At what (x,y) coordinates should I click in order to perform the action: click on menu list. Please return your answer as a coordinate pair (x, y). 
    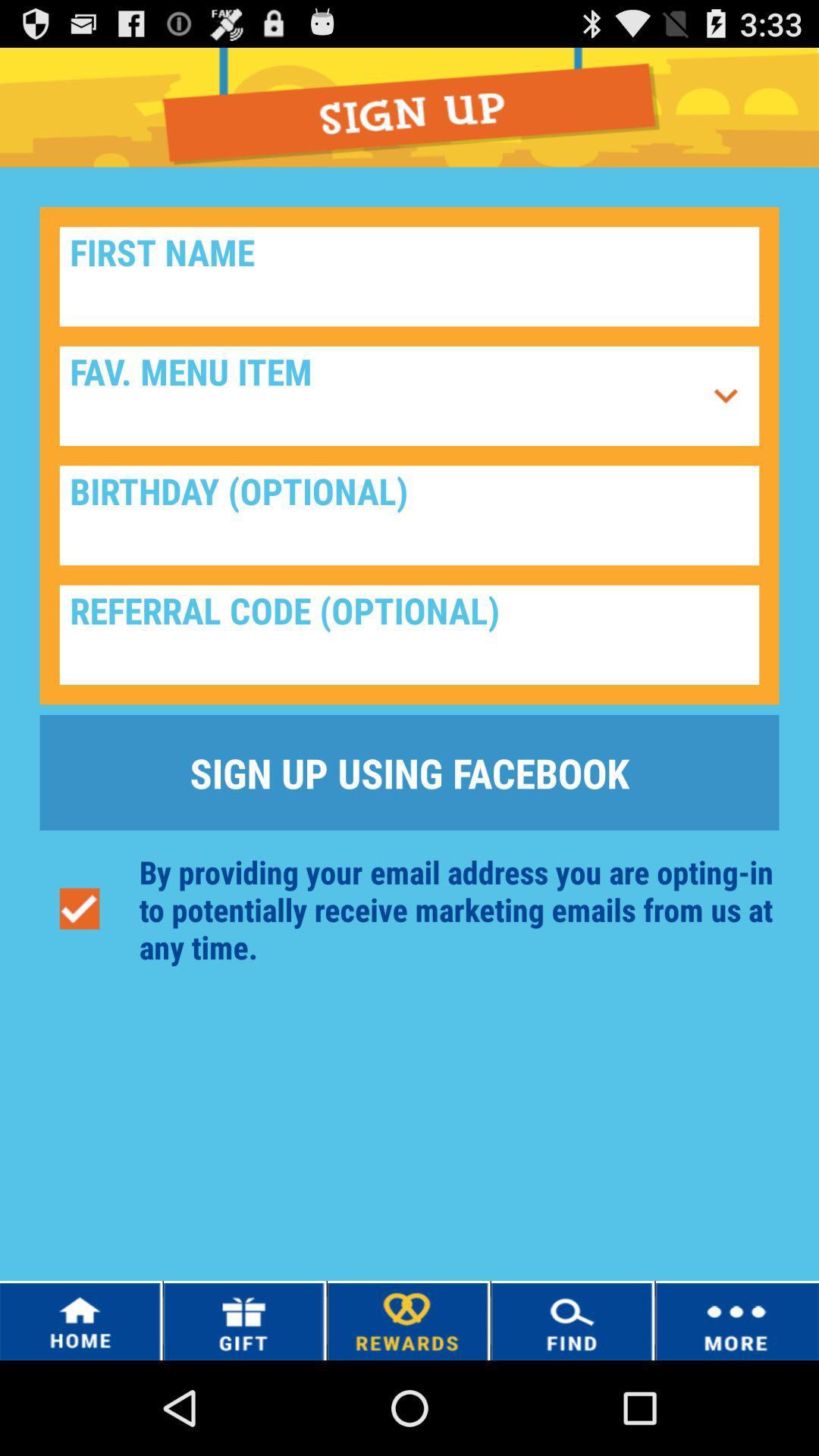
    Looking at the image, I should click on (725, 396).